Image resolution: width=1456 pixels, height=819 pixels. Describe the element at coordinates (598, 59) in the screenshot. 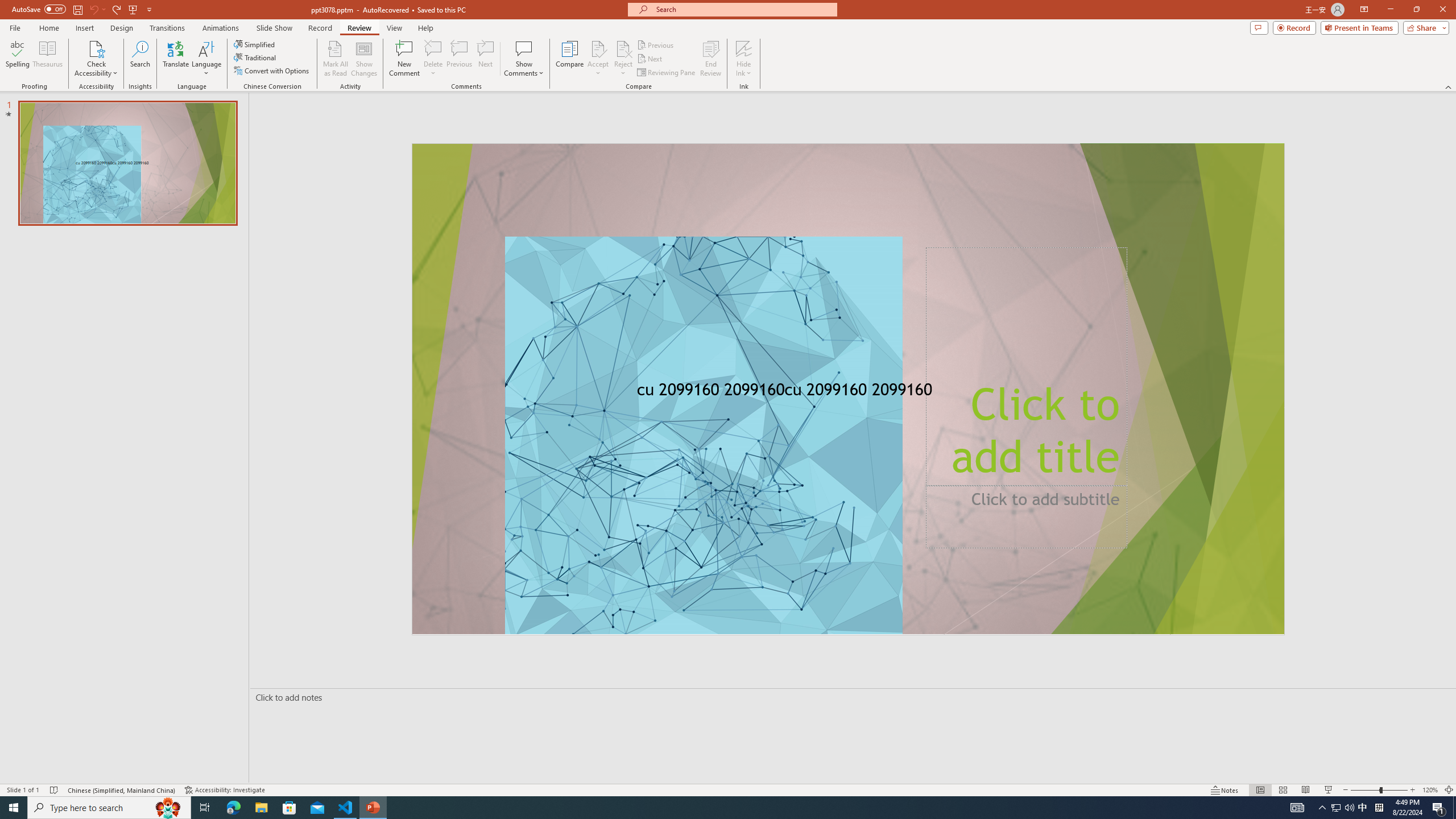

I see `'Accept'` at that location.